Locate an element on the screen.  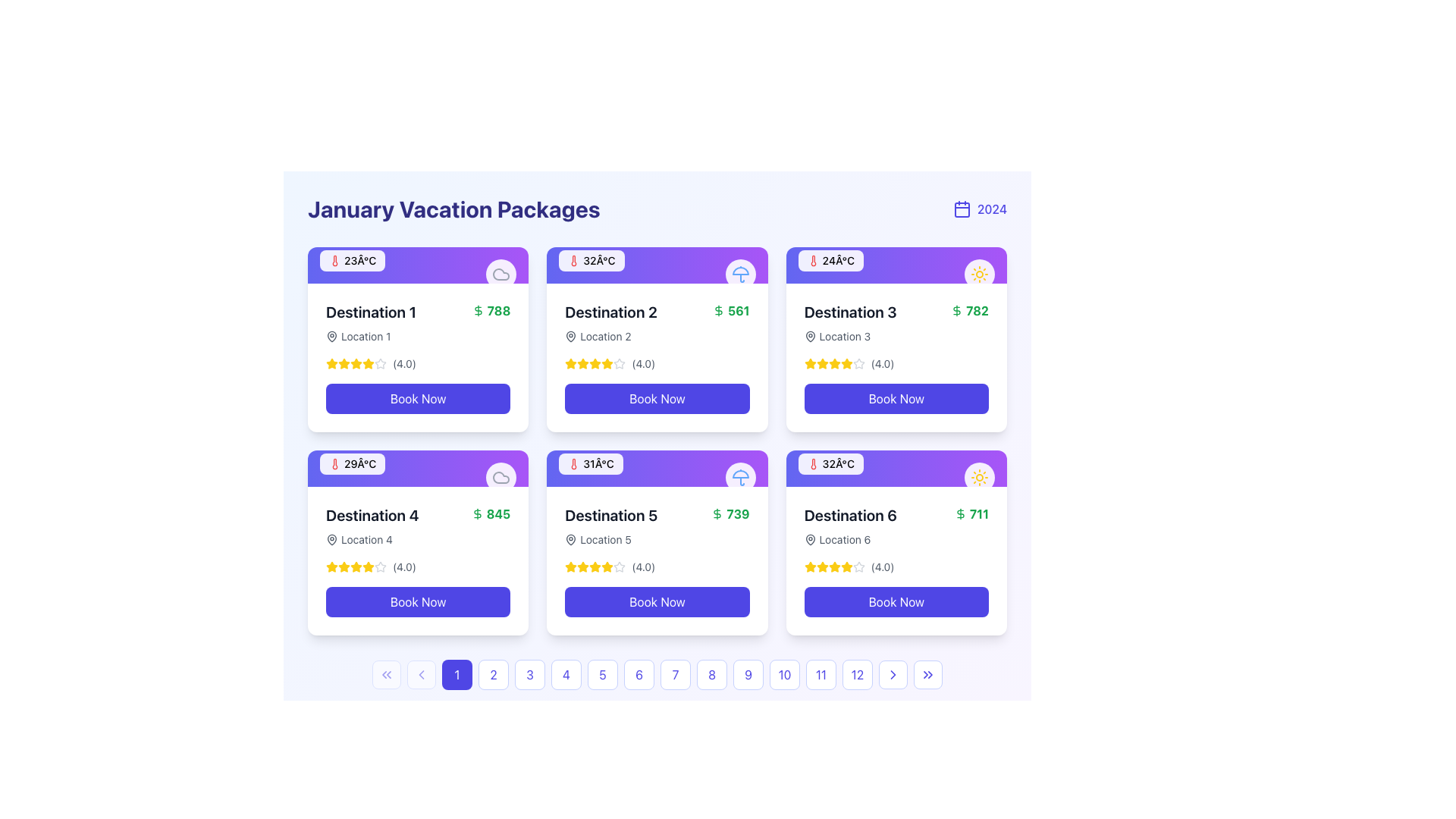
the yellow star icon, which is the third star in the sequence of five stars located below the text '(4.0)' on the 'Destination 6' card in the bottom-right corner of the grid layout is located at coordinates (821, 567).